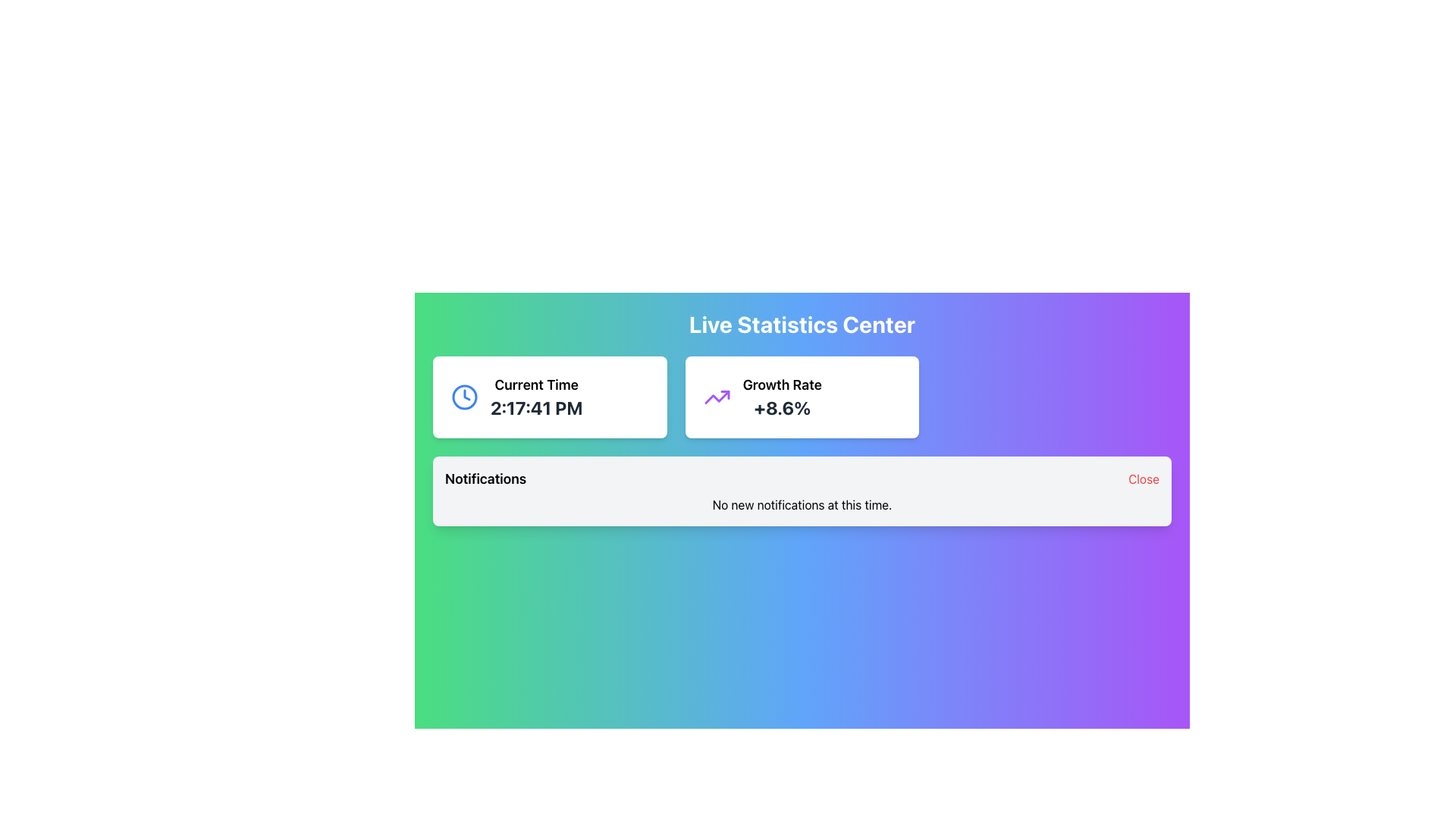 This screenshot has width=1456, height=819. Describe the element at coordinates (1143, 479) in the screenshot. I see `the red 'Close' text button located at the far right end of the notification panel` at that location.